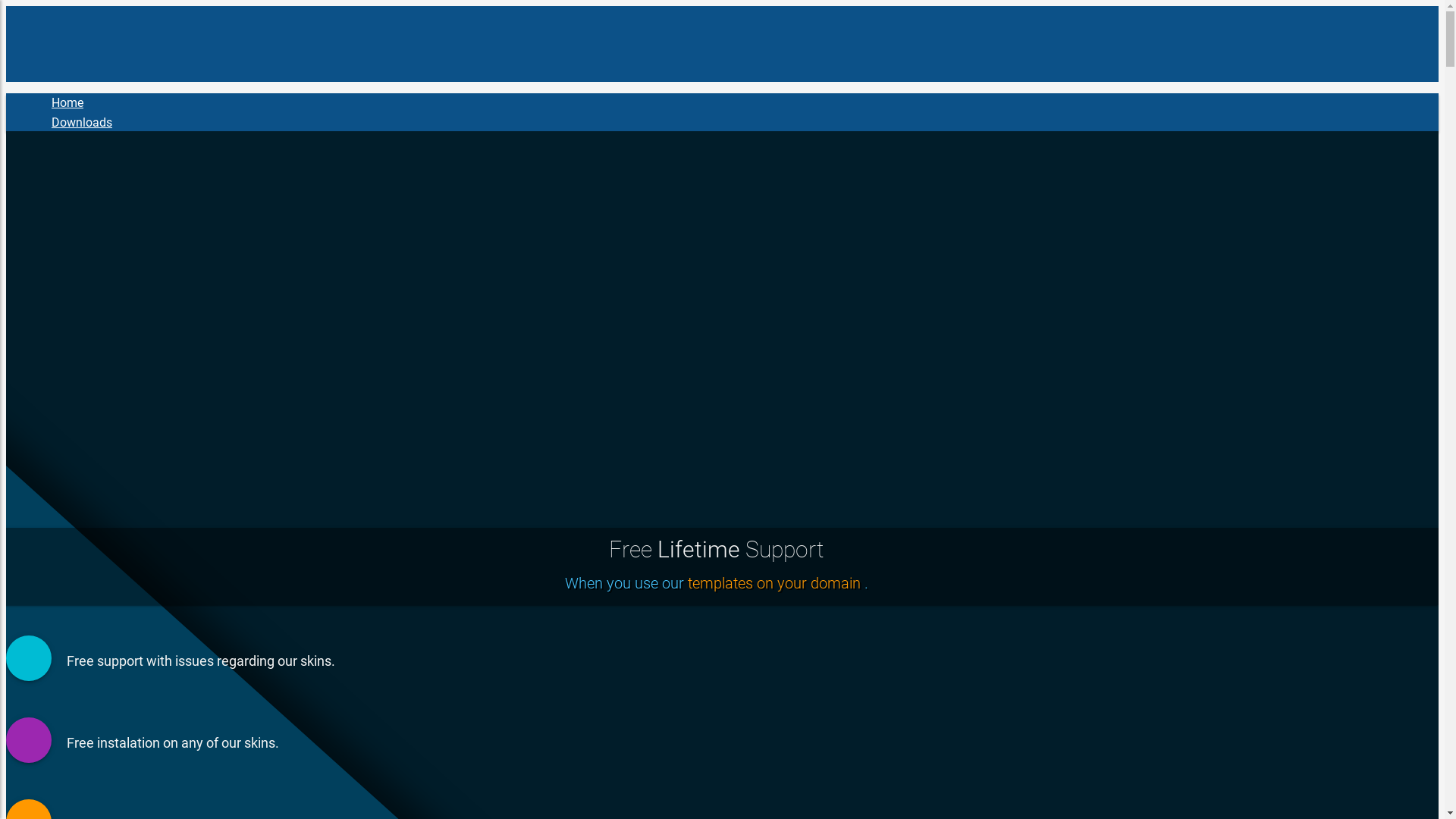  What do you see at coordinates (67, 102) in the screenshot?
I see `'Home'` at bounding box center [67, 102].